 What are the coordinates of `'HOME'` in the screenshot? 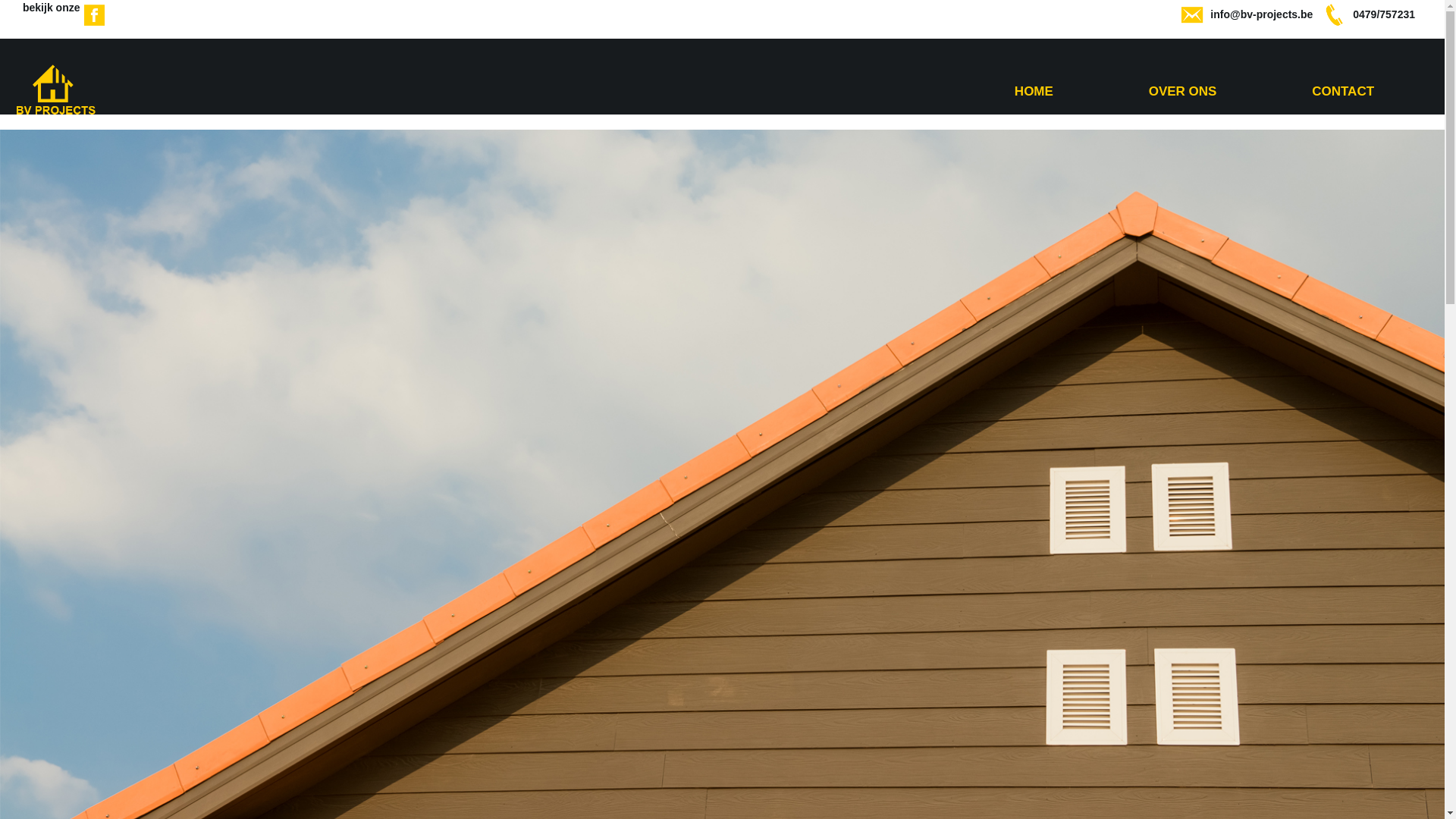 It's located at (1033, 91).